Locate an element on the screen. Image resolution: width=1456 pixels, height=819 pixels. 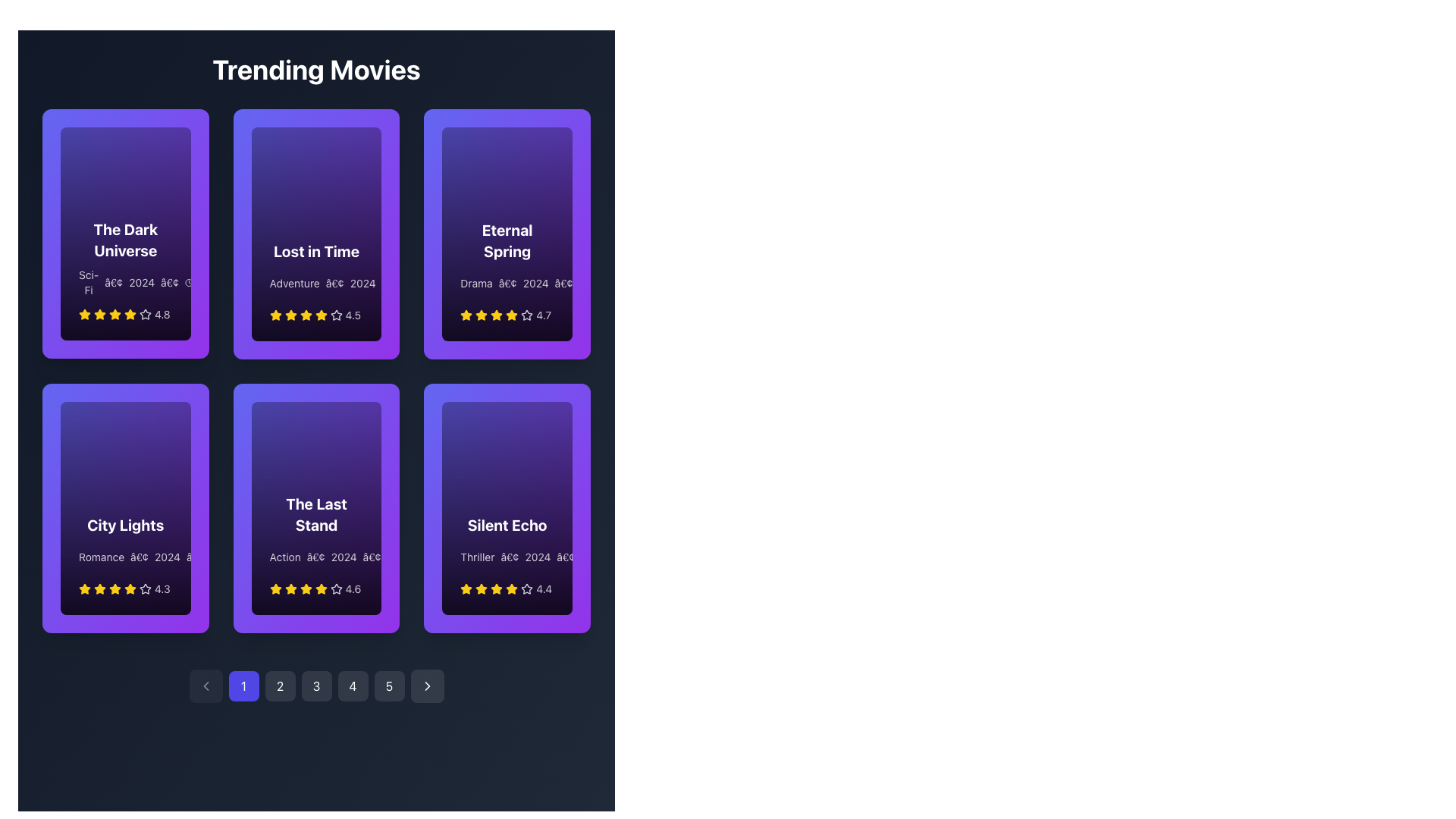
the 'City Lights' text label, which is a bold and large white title positioned at the upper portion of the movie card in the fourth column of the 'Trending Movies' grid layout is located at coordinates (125, 524).